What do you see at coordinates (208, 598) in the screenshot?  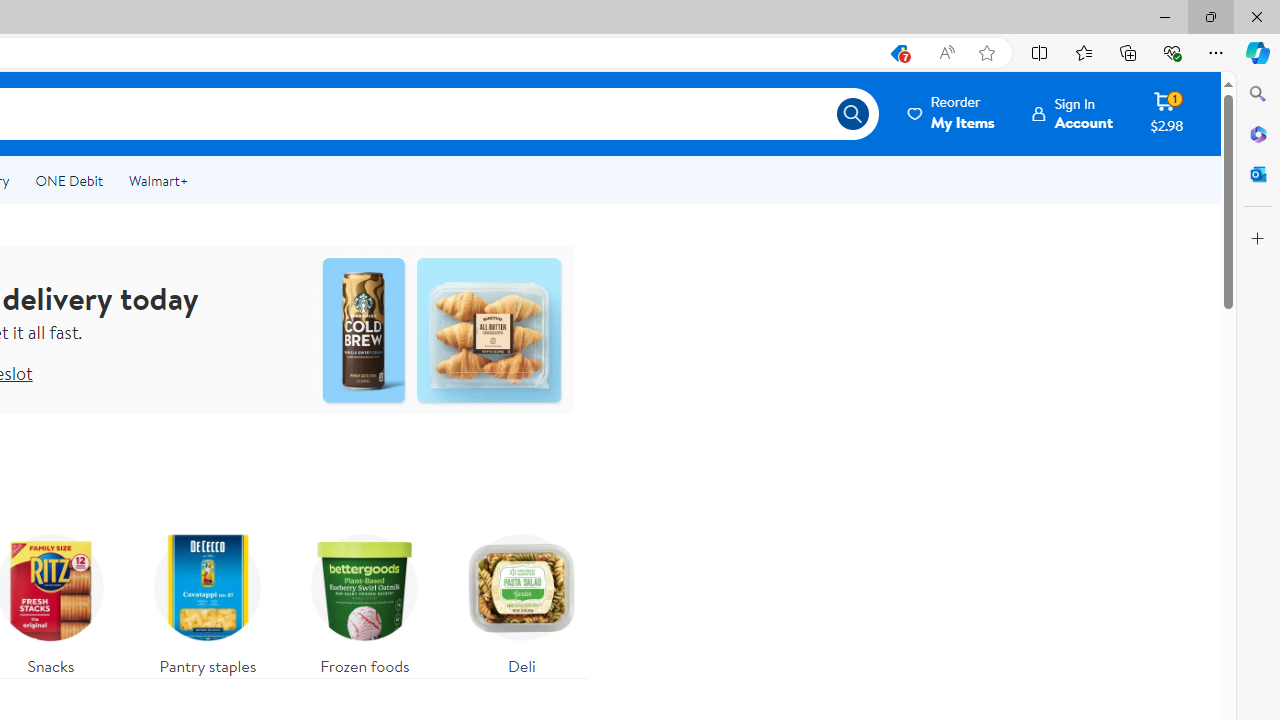 I see `'Pantry staples'` at bounding box center [208, 598].